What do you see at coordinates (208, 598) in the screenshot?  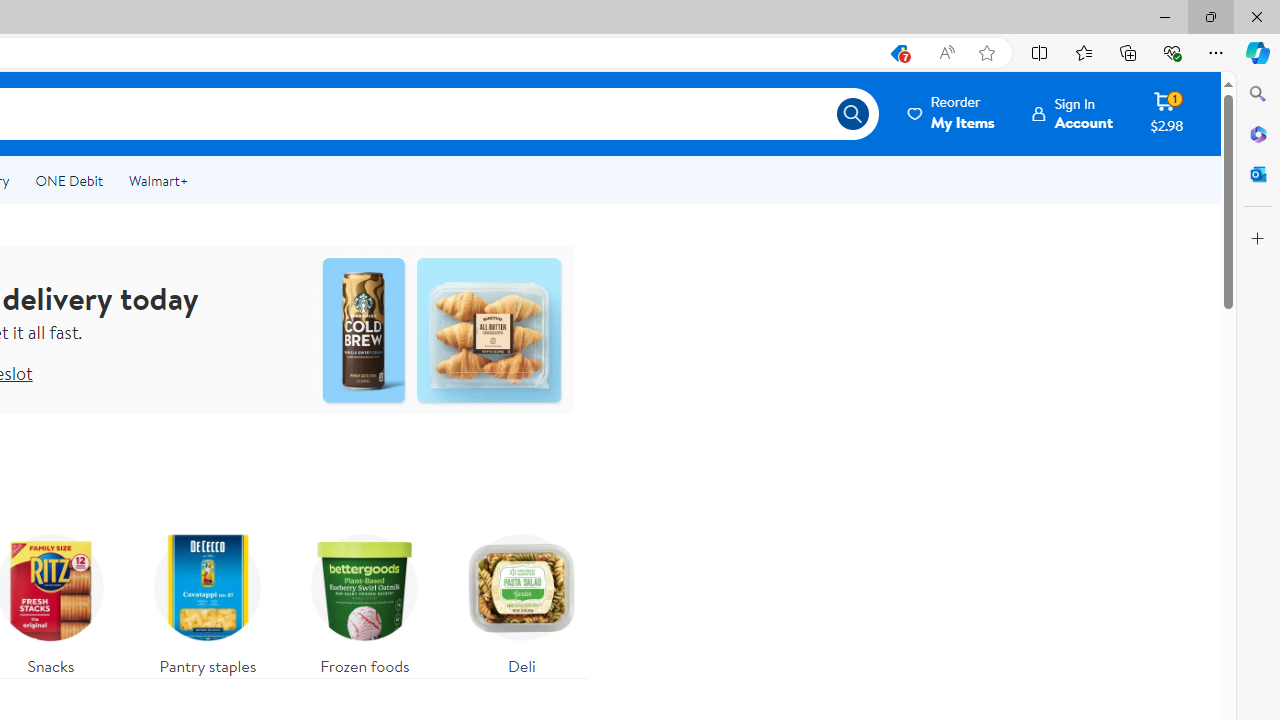 I see `'Pantry staples'` at bounding box center [208, 598].